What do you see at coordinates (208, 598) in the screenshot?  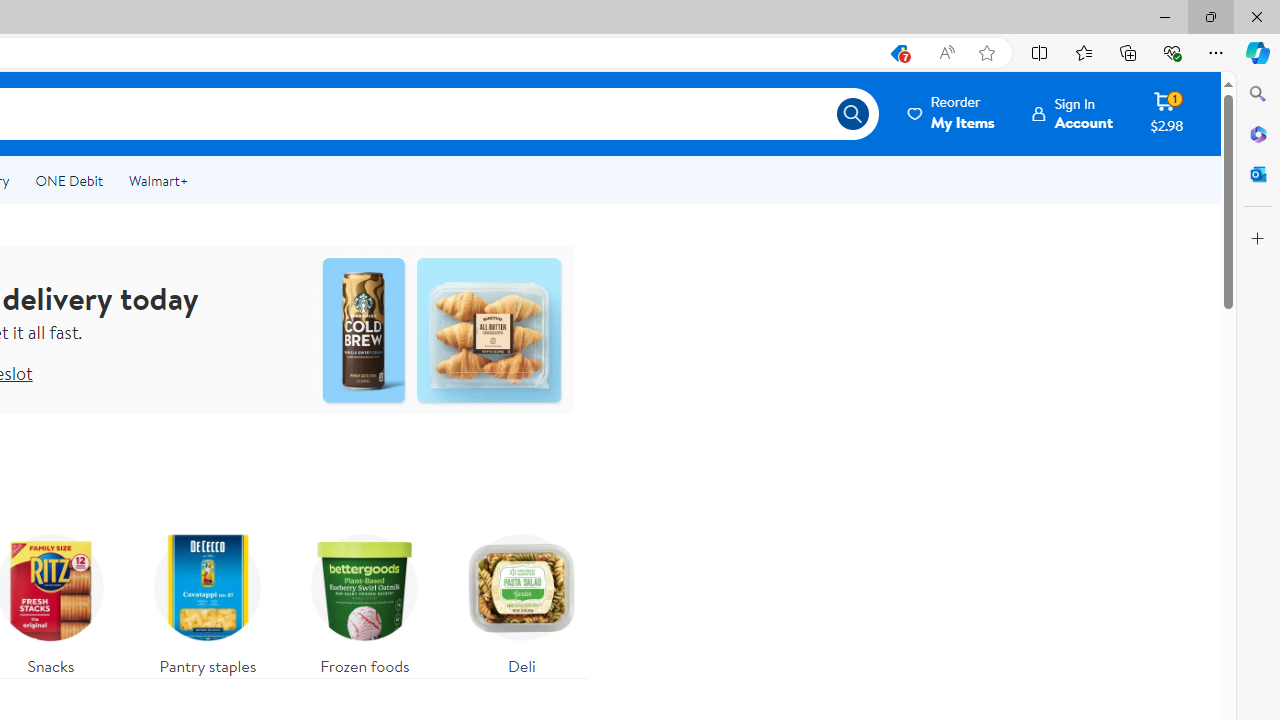 I see `'Pantry staples'` at bounding box center [208, 598].